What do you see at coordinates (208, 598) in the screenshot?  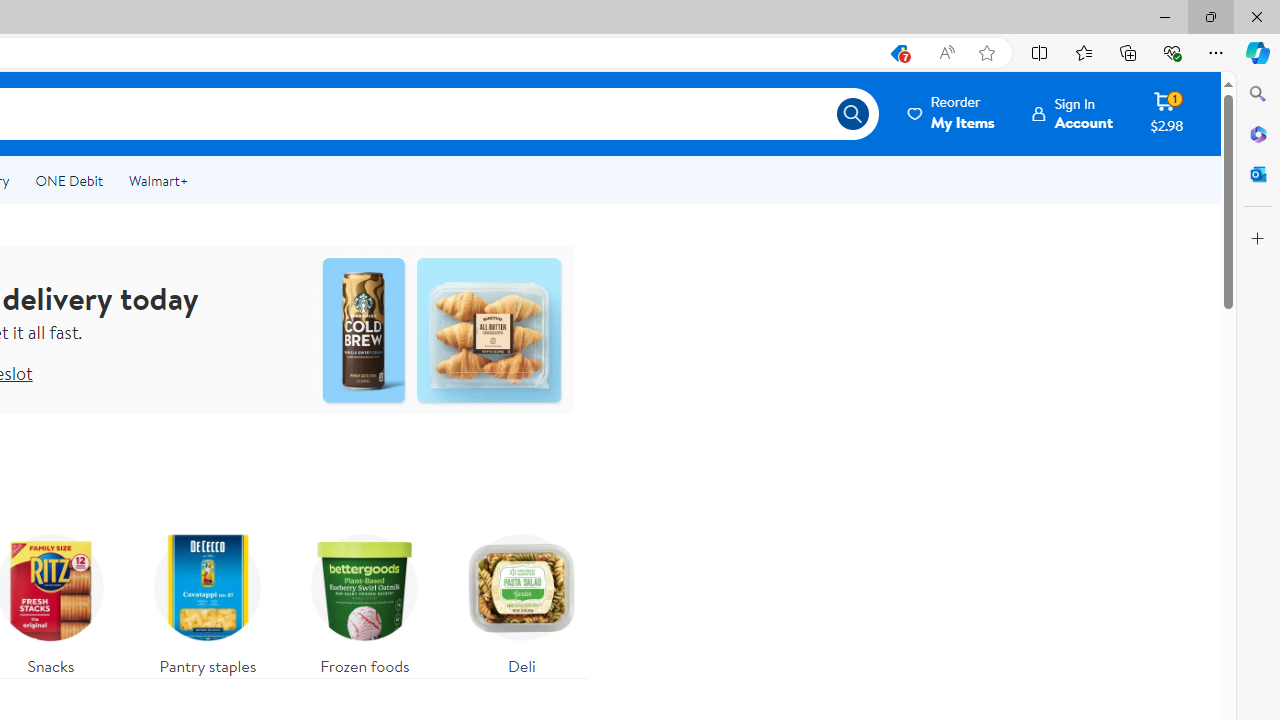 I see `'Pantry staples'` at bounding box center [208, 598].